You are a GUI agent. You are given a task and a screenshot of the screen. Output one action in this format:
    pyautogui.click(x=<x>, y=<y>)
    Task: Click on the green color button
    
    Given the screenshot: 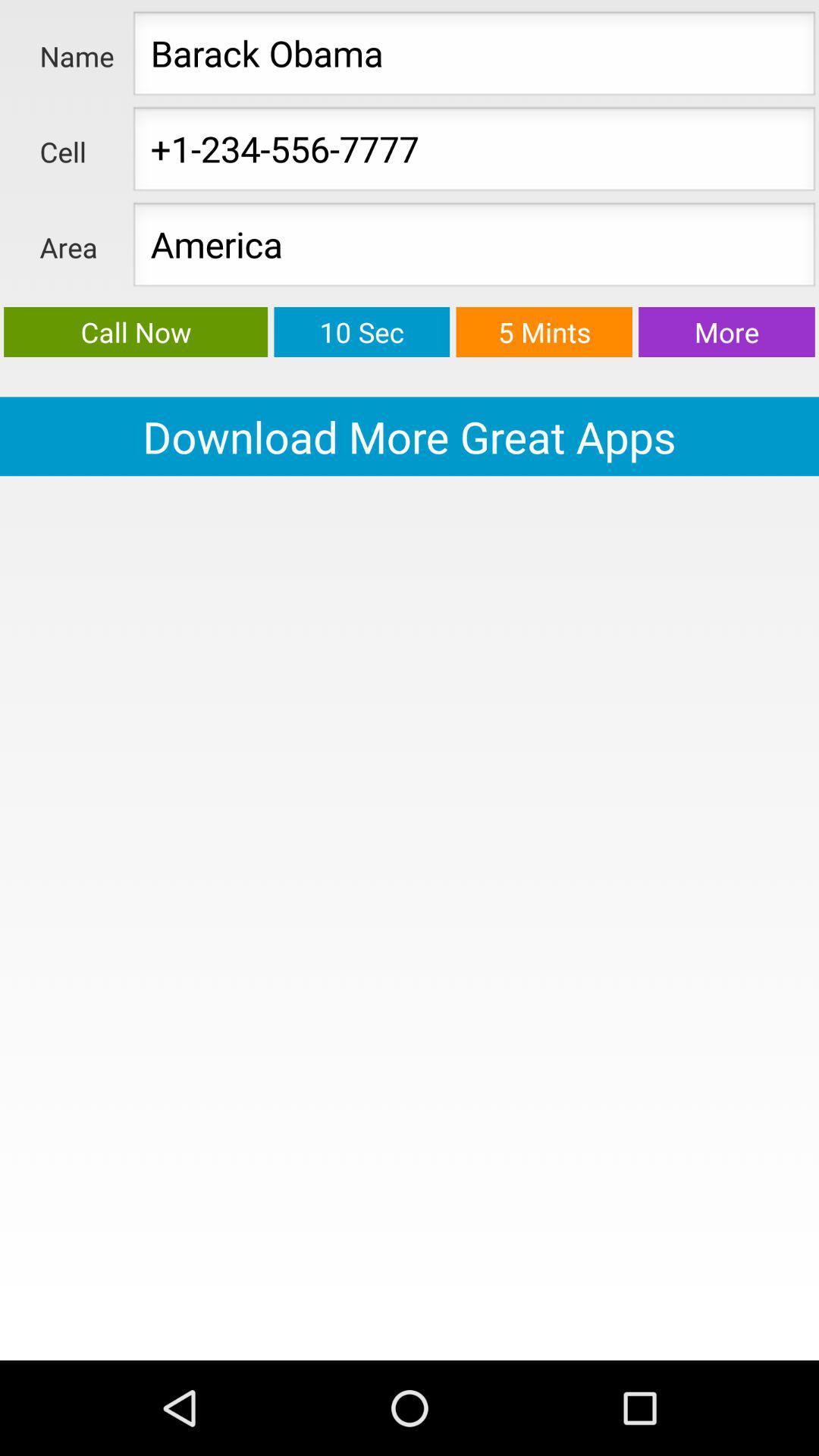 What is the action you would take?
    pyautogui.click(x=134, y=331)
    